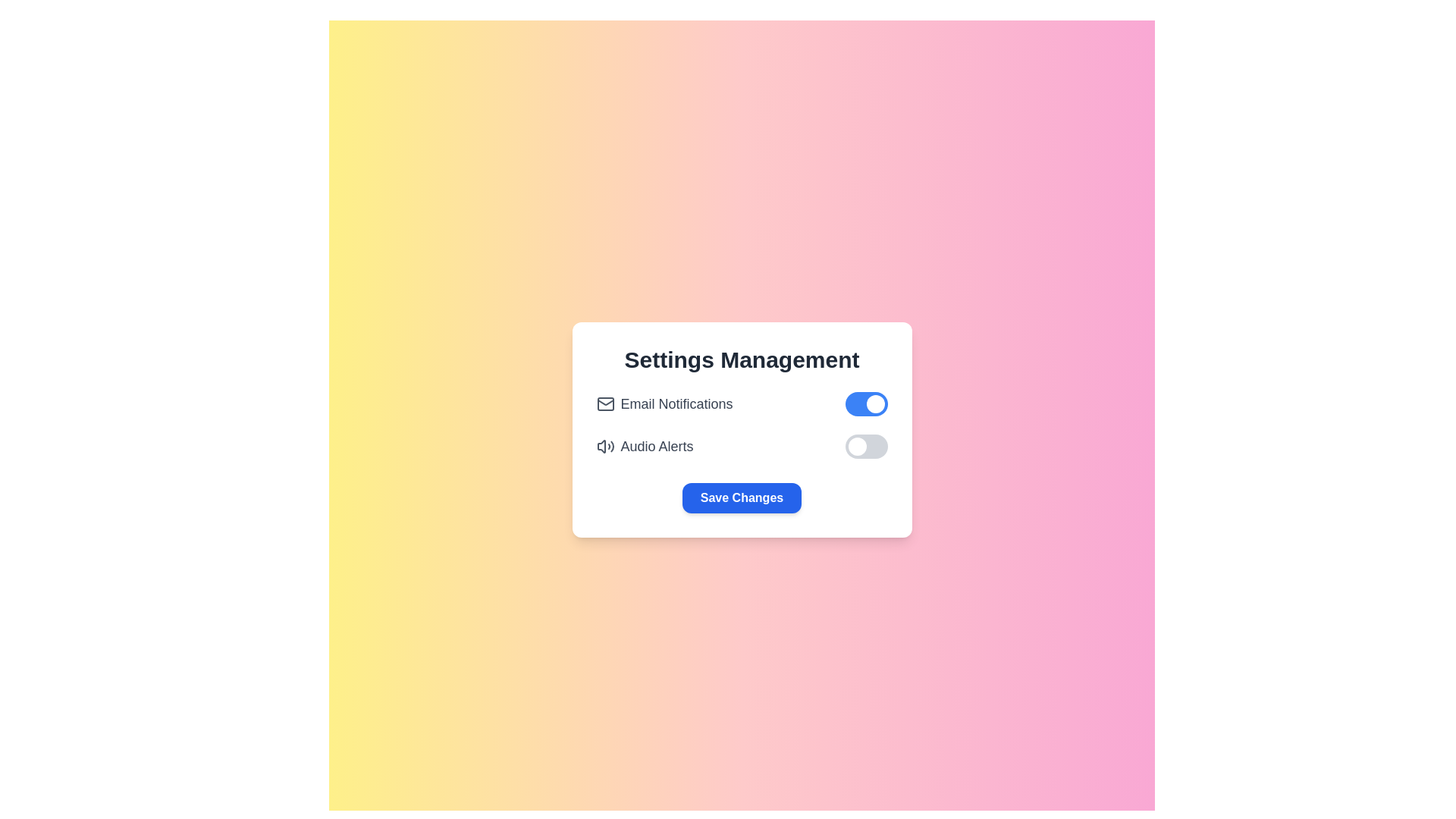 The image size is (1456, 819). I want to click on the 'Email Notifications' label with the email envelope icon located in the settings panel under 'Settings Management', so click(664, 403).